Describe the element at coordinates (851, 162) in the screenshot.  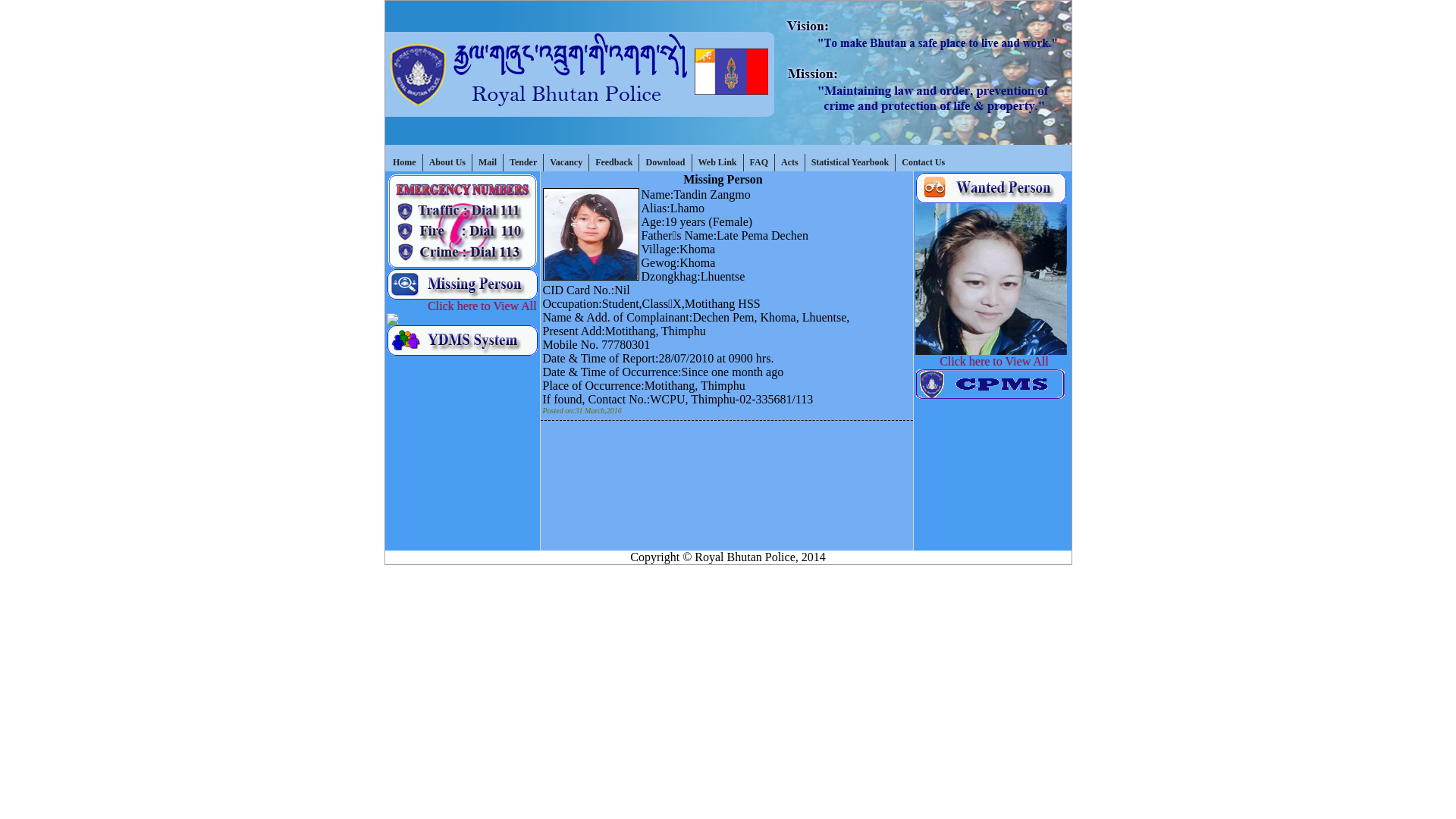
I see `'Statistical Yearbook'` at that location.